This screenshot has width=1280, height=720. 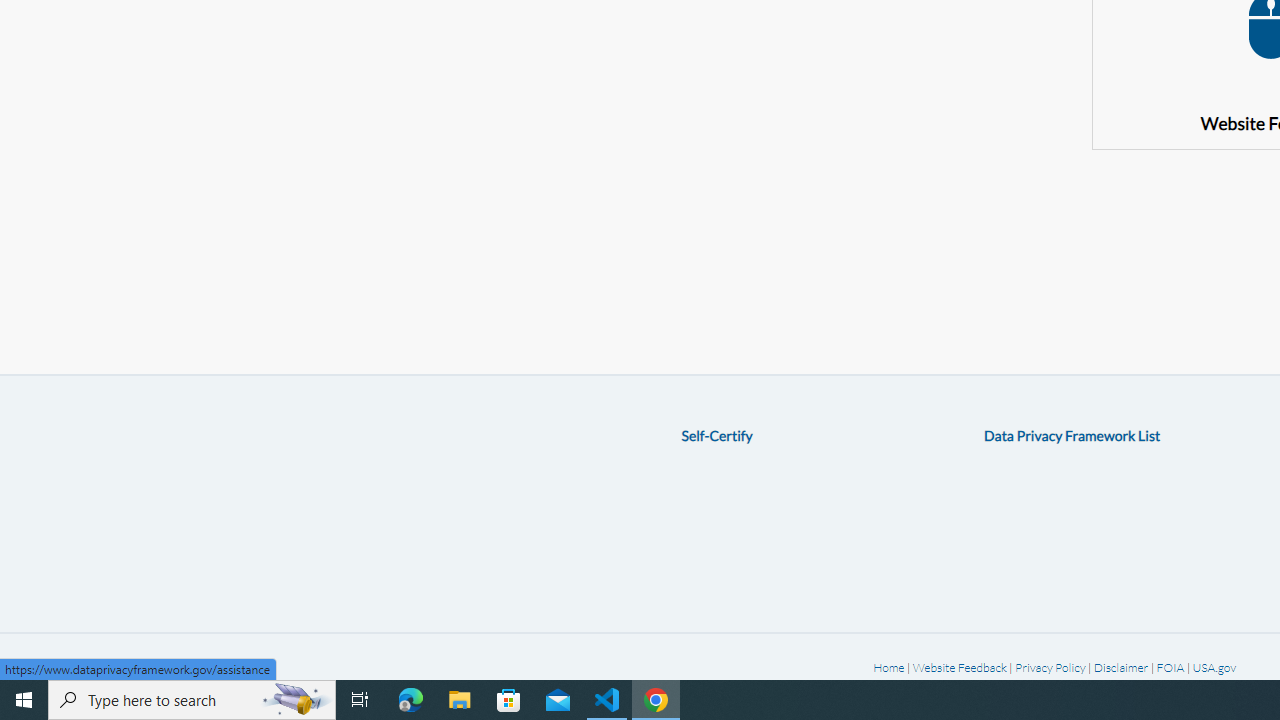 What do you see at coordinates (716, 434) in the screenshot?
I see `'Self-Certify'` at bounding box center [716, 434].